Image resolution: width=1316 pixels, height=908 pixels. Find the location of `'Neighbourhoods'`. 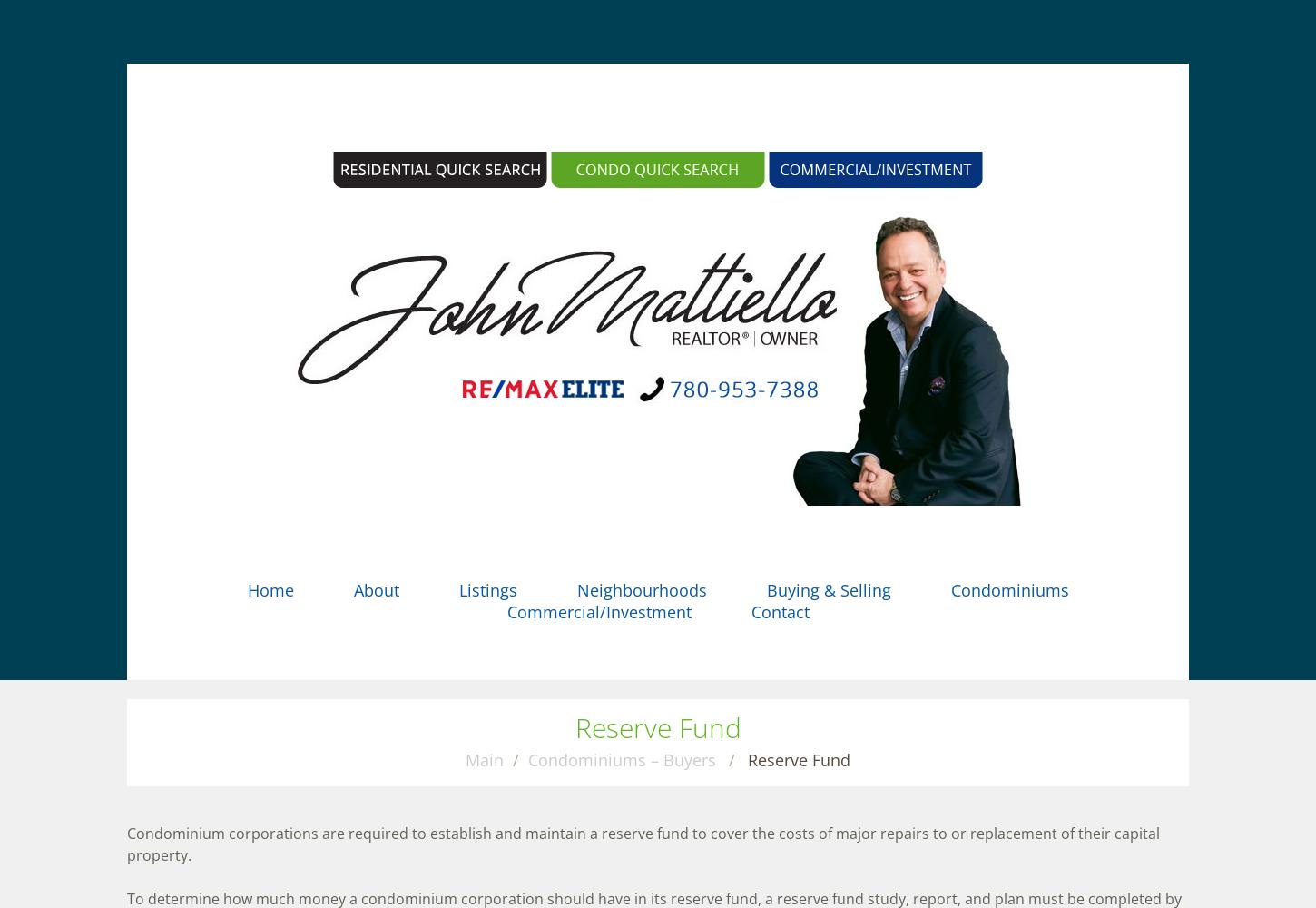

'Neighbourhoods' is located at coordinates (640, 590).